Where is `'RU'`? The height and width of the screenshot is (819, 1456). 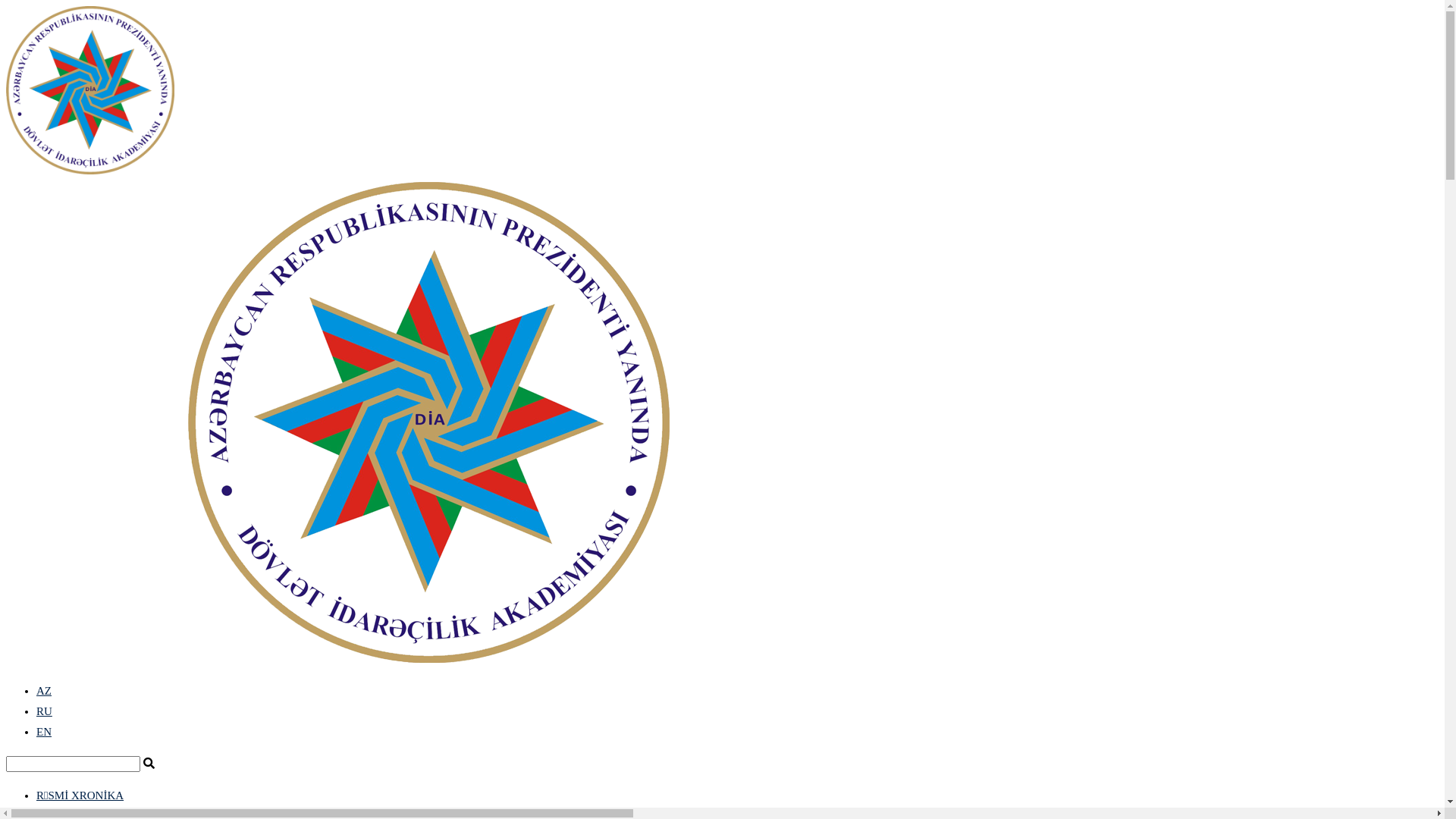 'RU' is located at coordinates (44, 711).